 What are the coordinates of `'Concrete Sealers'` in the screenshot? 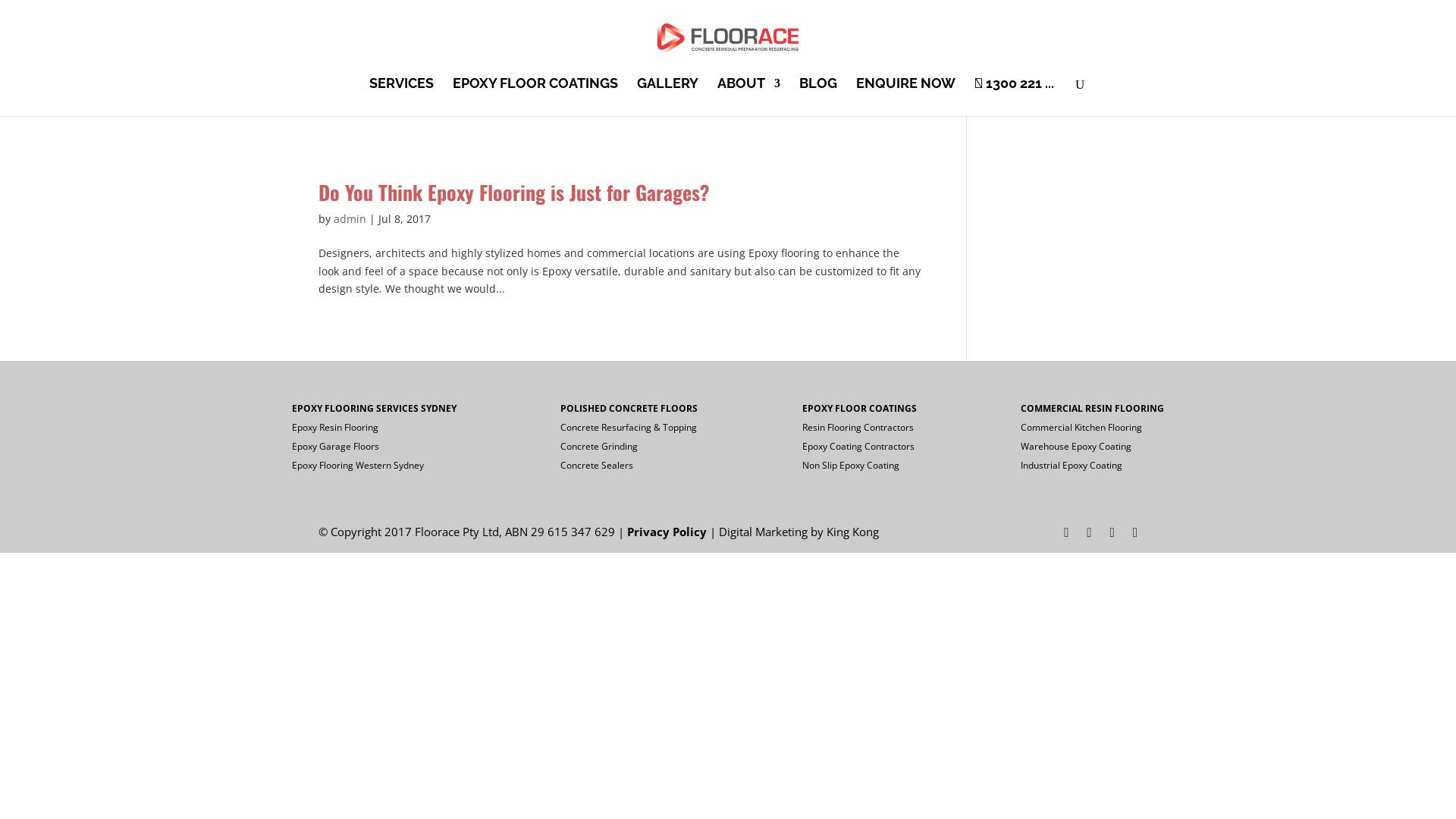 It's located at (560, 464).